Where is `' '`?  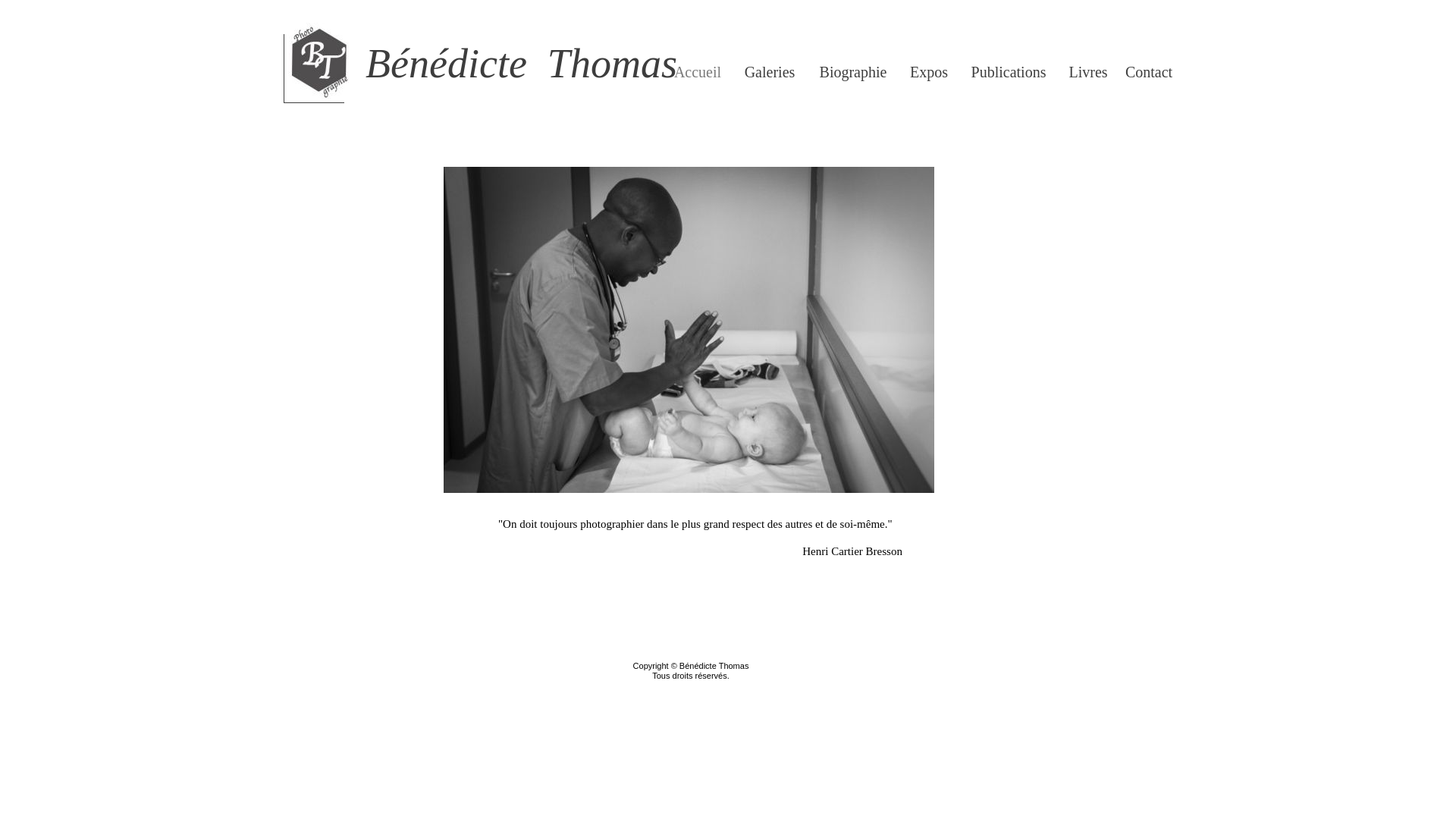 ' ' is located at coordinates (274, 7).